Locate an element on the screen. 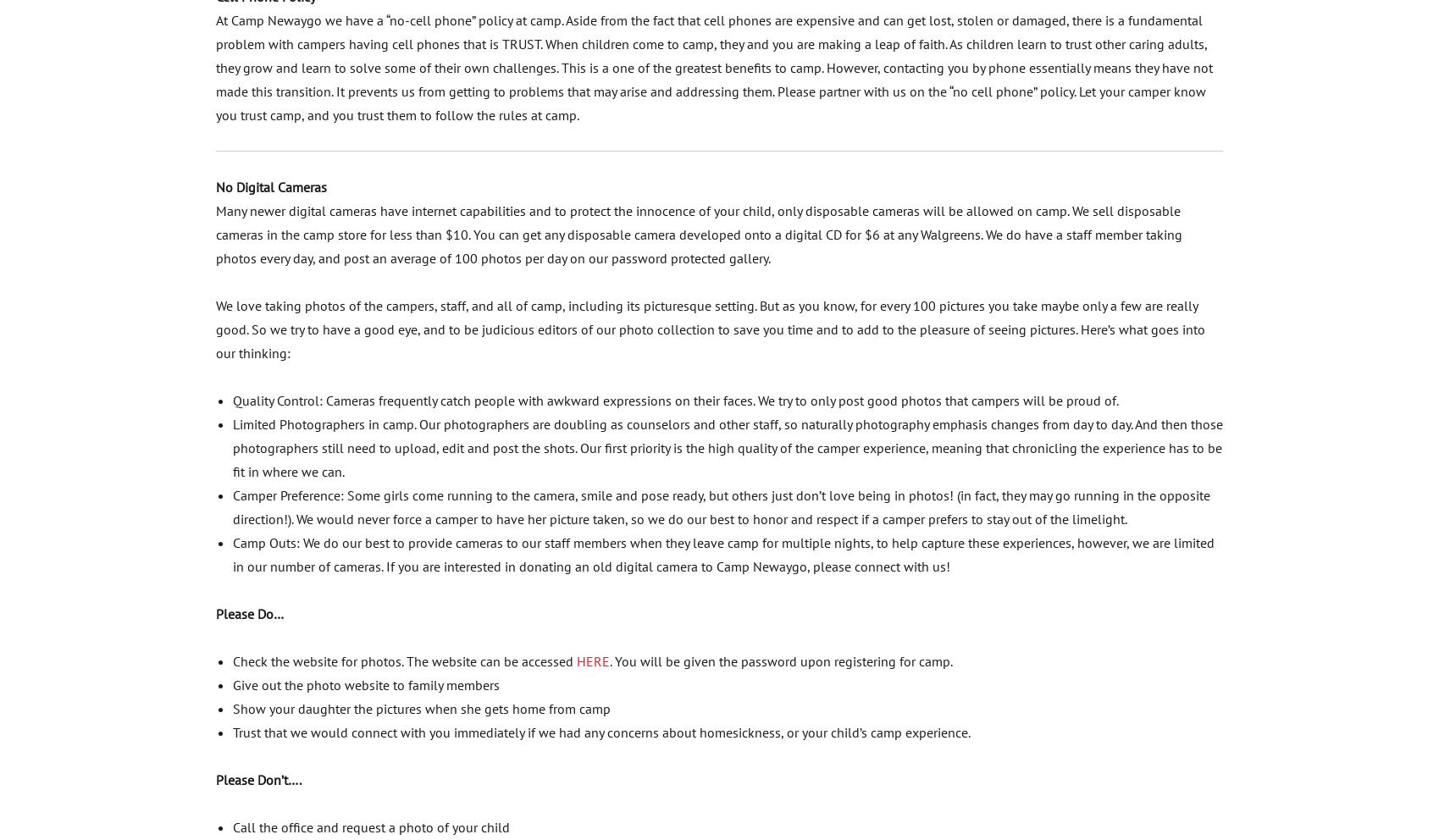 This screenshot has width=1439, height=840. 'Camp Outs: We do our best to provide cameras to our staff members when they leave camp for multiple nights, to help capture these experiences, however, we are limited in our number of cameras. If you are interested in donating an old digital camera to Camp Newaygo, please connect with us!' is located at coordinates (722, 554).